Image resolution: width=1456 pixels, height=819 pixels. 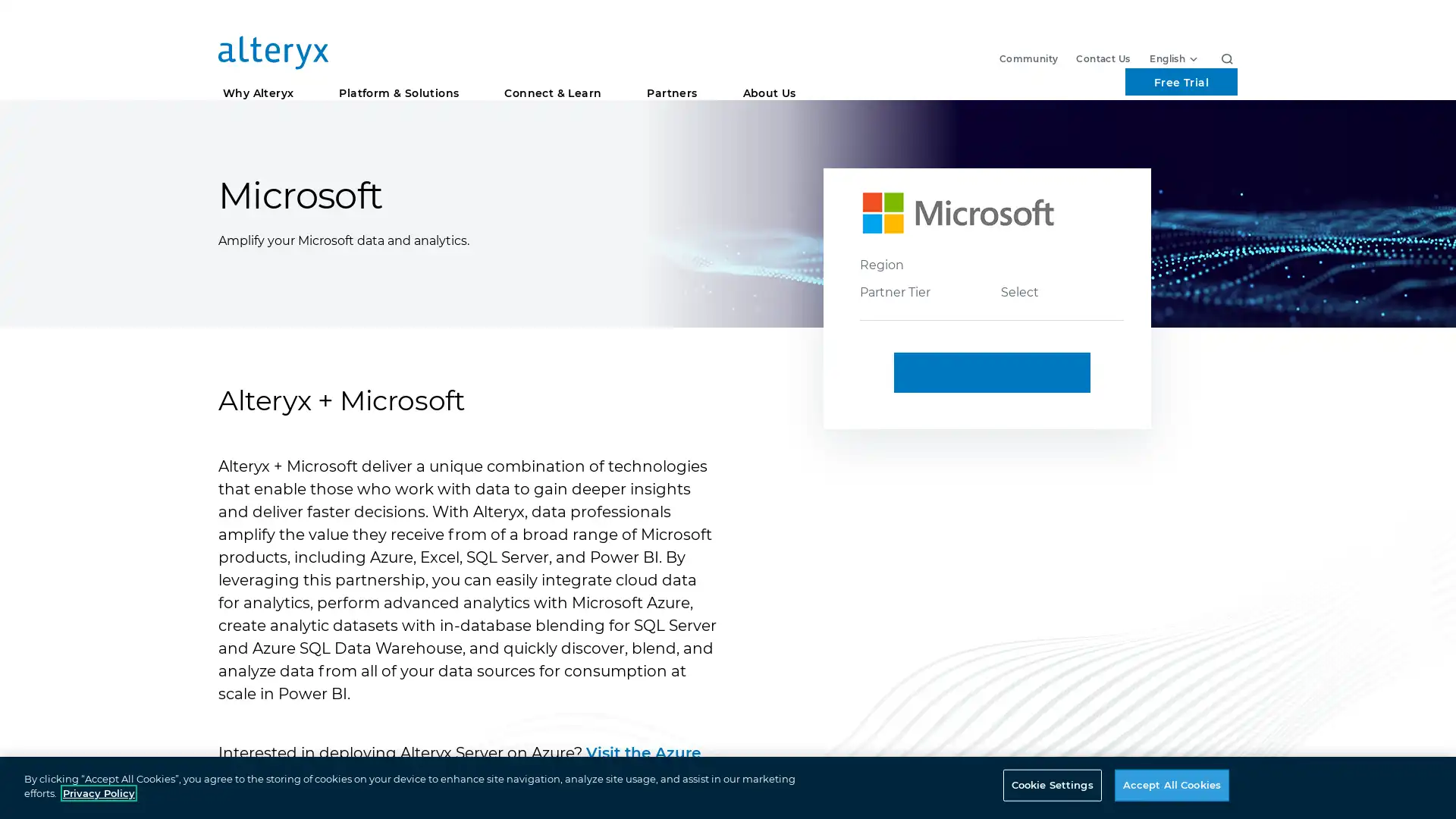 What do you see at coordinates (1227, 22) in the screenshot?
I see `Open search pop up` at bounding box center [1227, 22].